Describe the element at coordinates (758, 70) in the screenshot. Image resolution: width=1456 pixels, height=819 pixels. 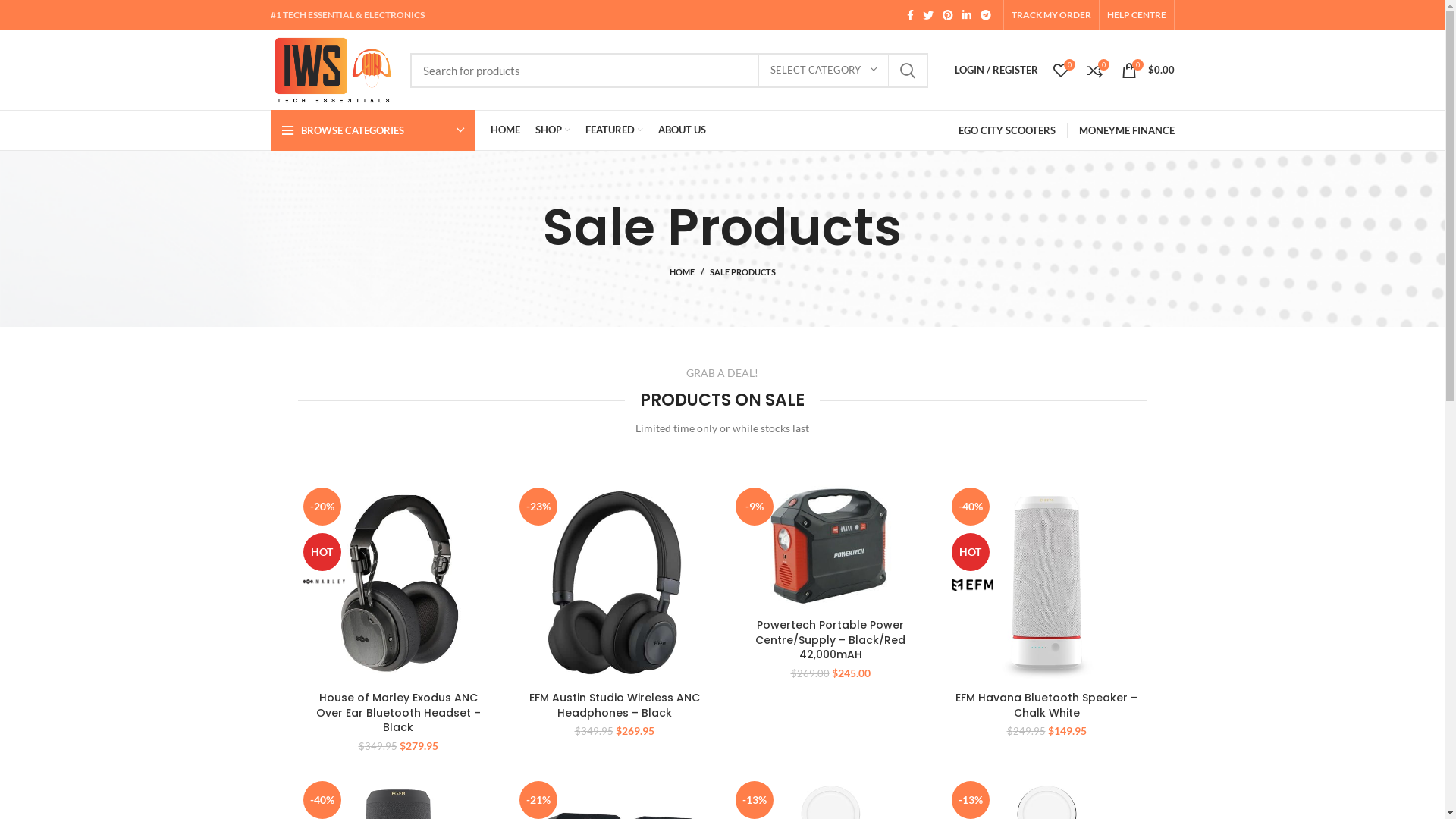
I see `'SELECT CATEGORY'` at that location.